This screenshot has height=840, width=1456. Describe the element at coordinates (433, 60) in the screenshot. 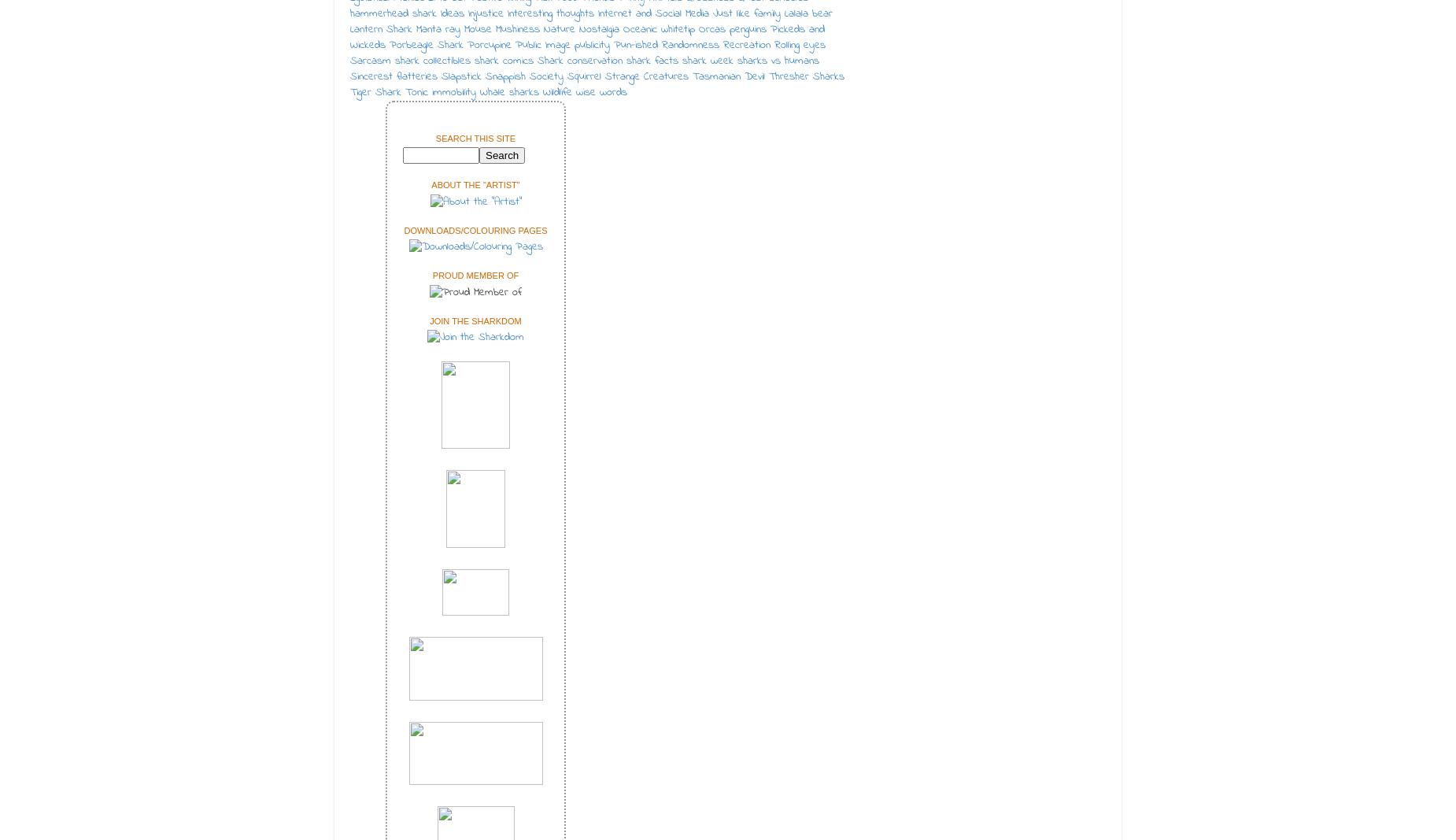

I see `'shark collectibles'` at that location.